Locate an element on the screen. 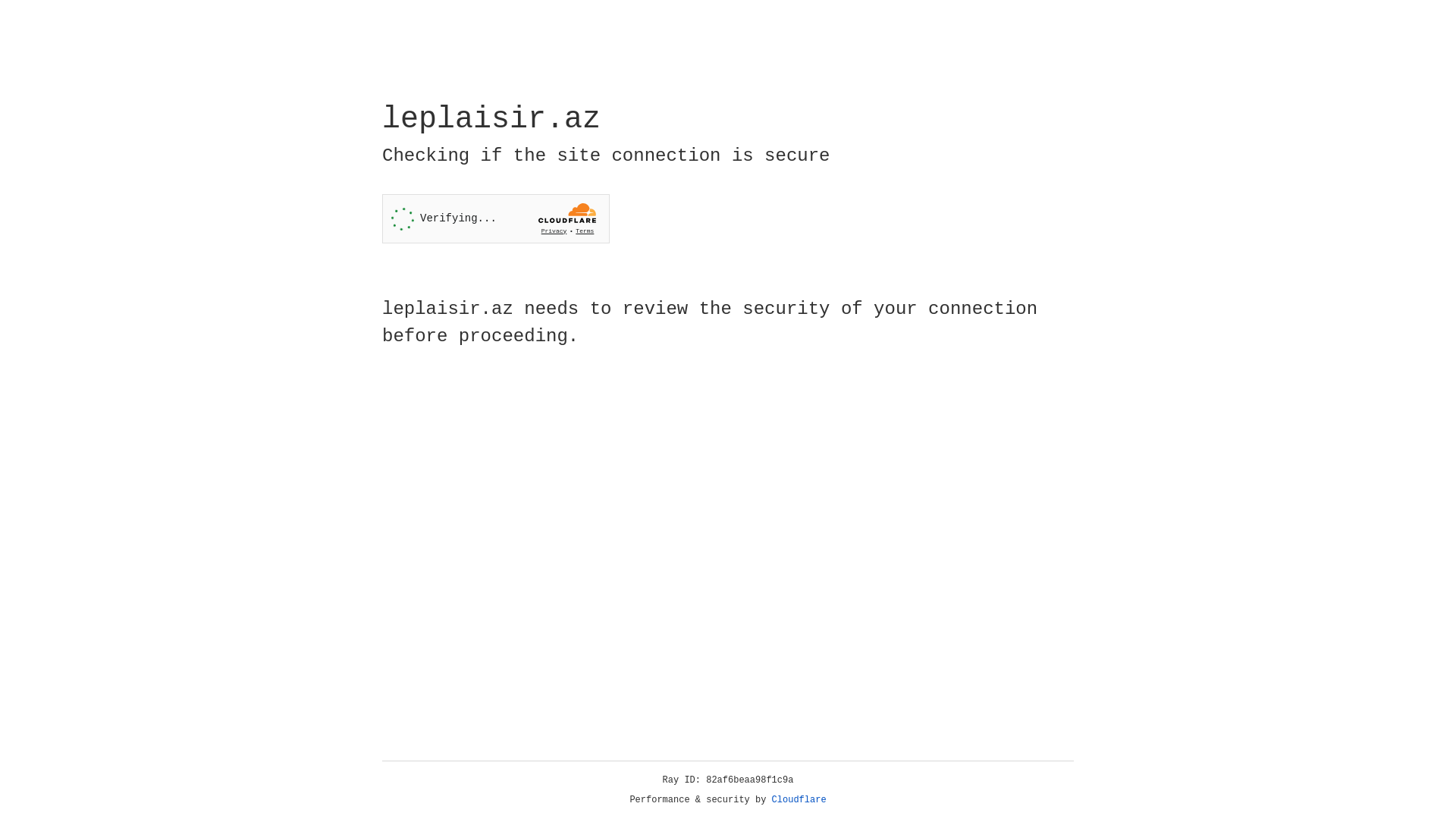  'Widget containing a Cloudflare security challenge' is located at coordinates (495, 218).